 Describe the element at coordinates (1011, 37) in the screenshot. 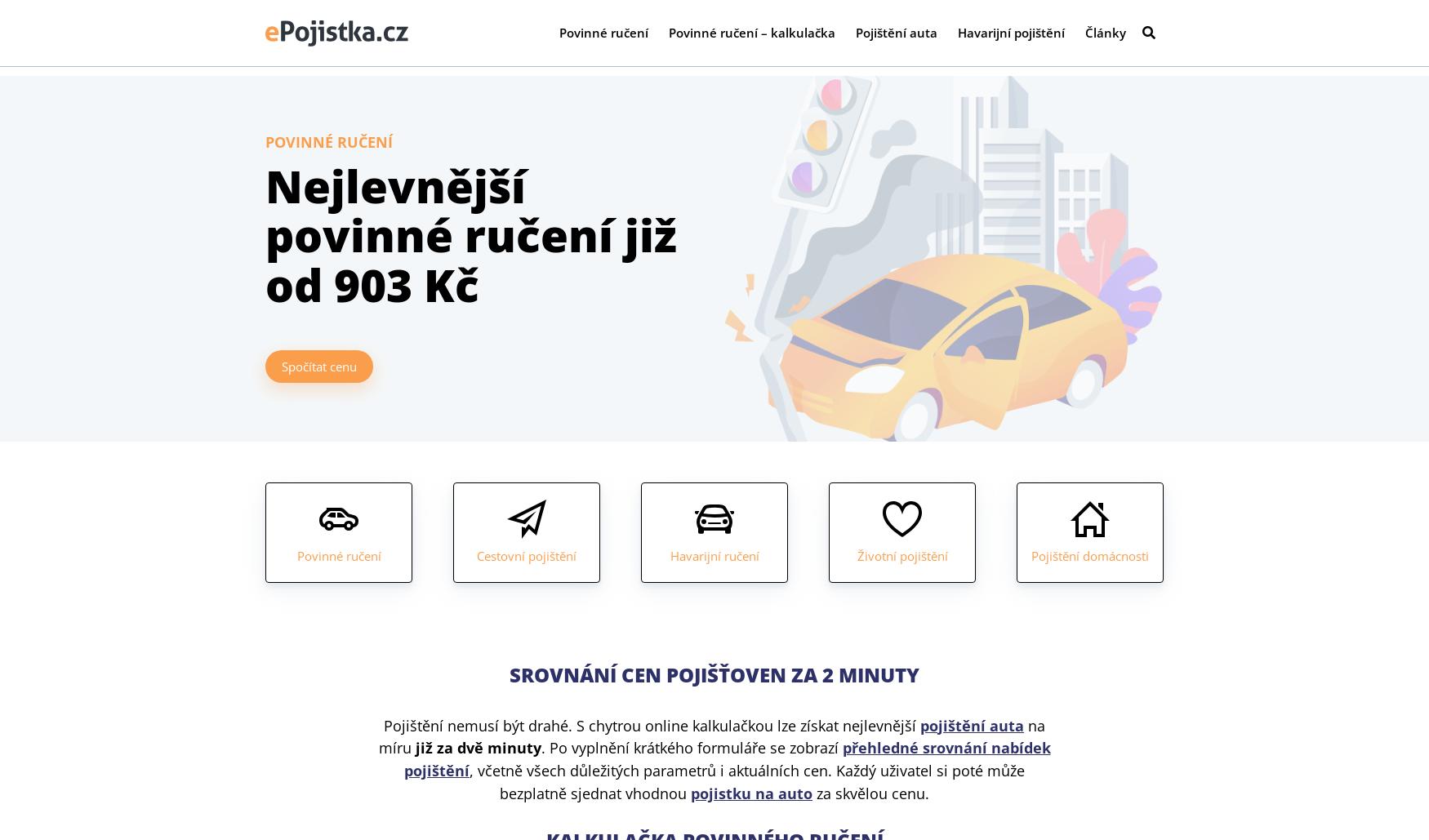

I see `'Havarijní pojištění'` at that location.